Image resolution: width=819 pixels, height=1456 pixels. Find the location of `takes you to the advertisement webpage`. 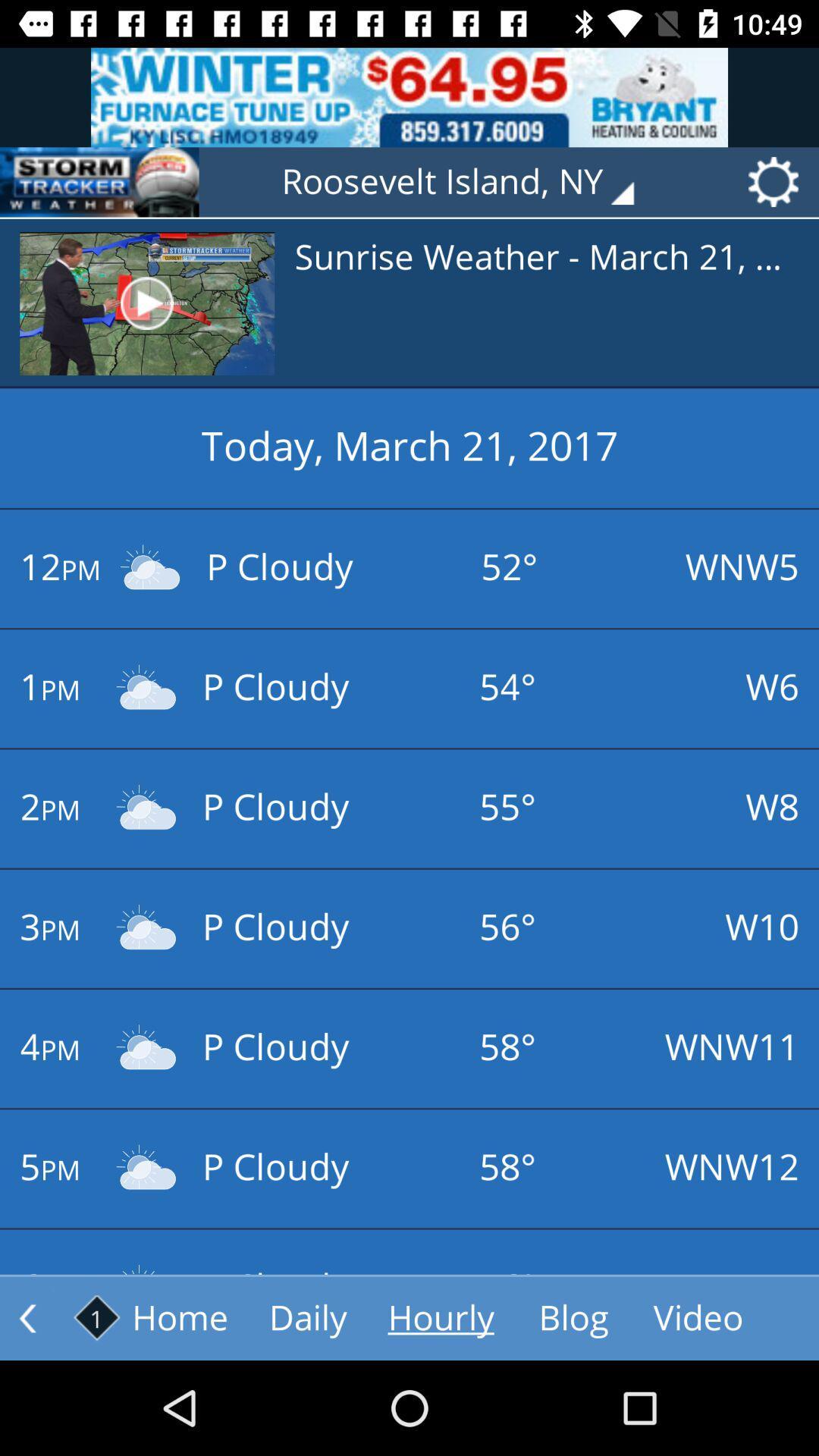

takes you to the advertisement webpage is located at coordinates (409, 96).